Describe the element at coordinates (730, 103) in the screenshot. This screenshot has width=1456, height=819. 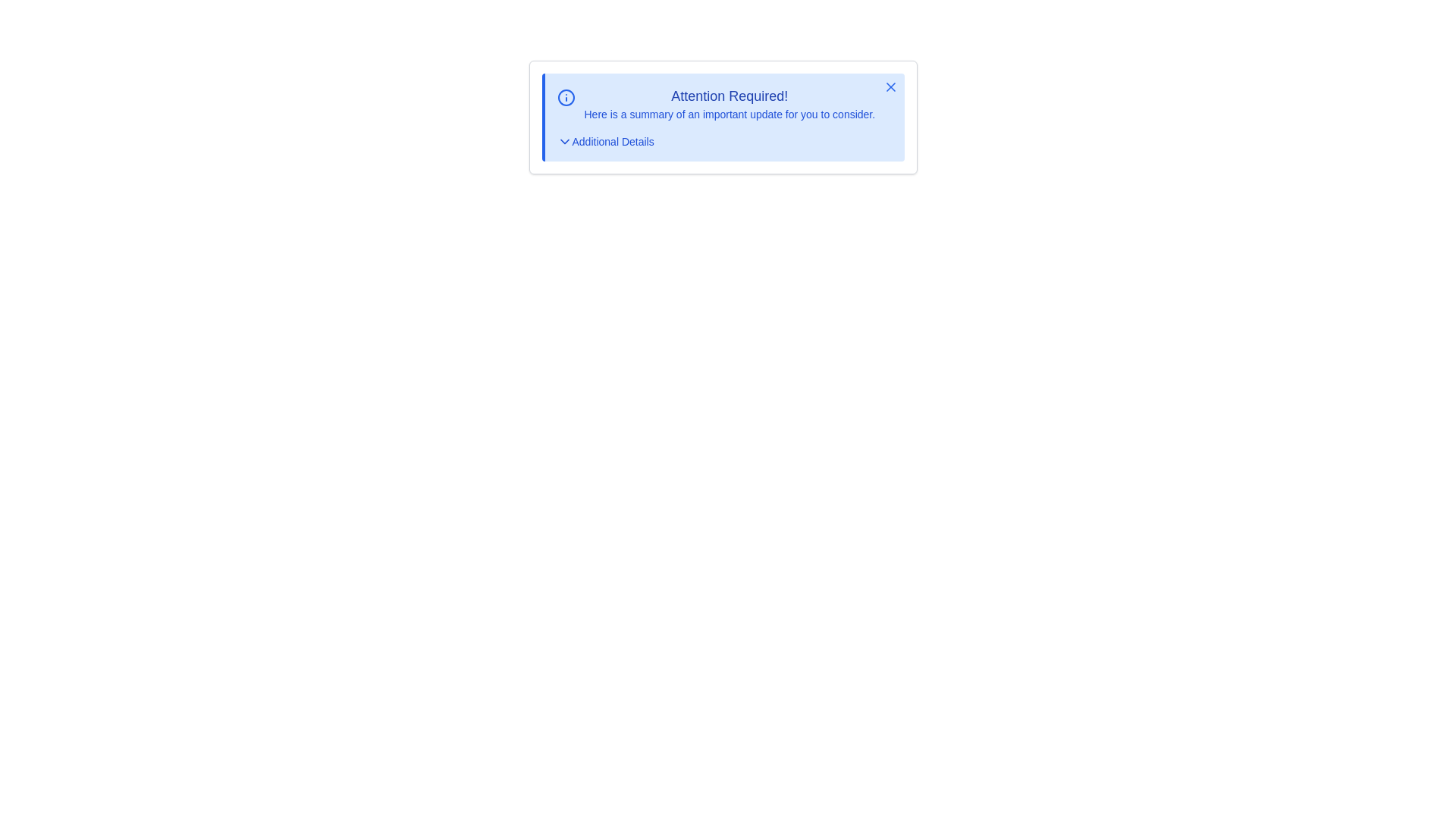
I see `text in the Notification text block that displays 'Attention Required!' and its summary explanation` at that location.